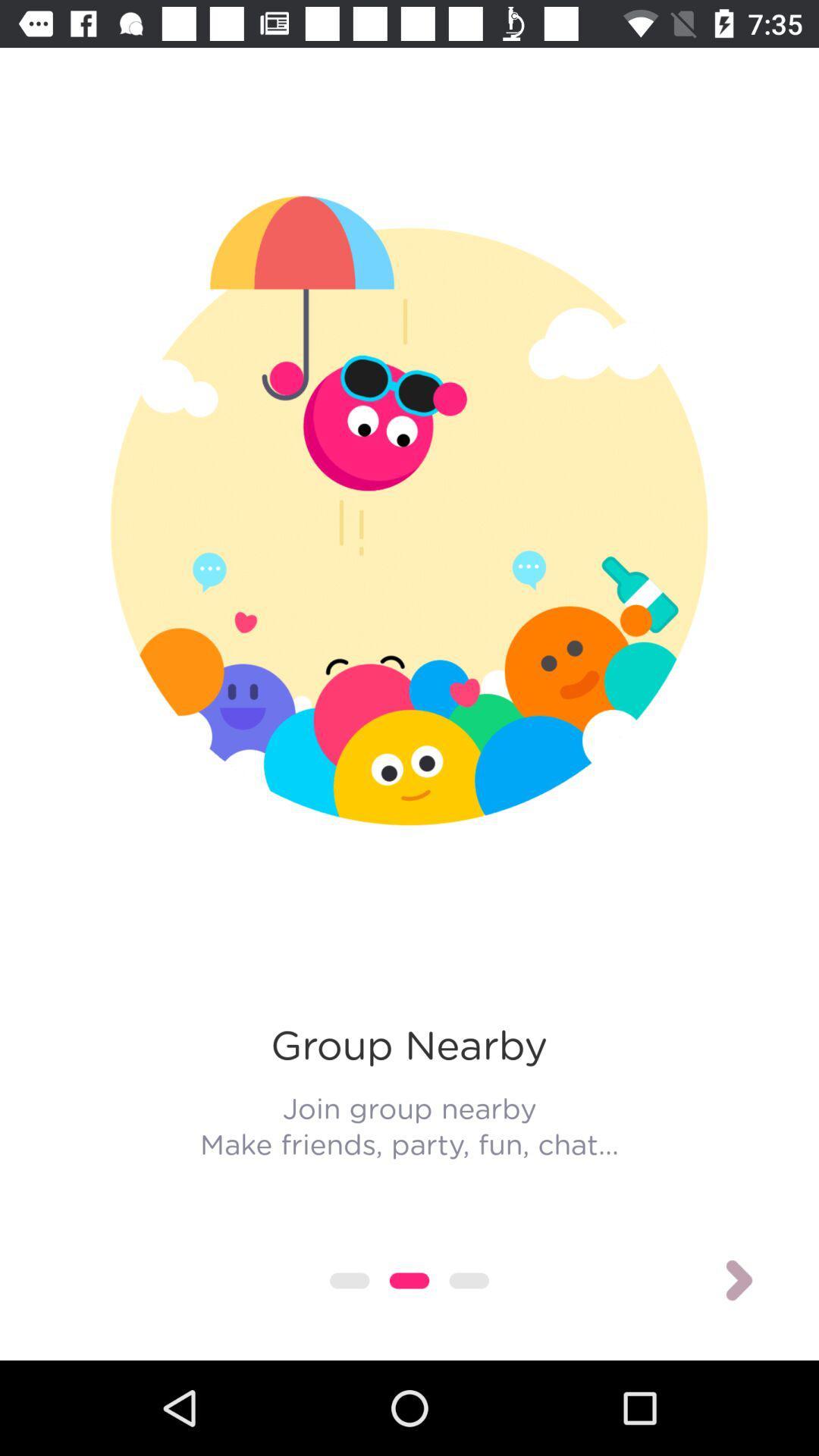 This screenshot has height=1456, width=819. What do you see at coordinates (739, 1280) in the screenshot?
I see `icon at the bottom right corner` at bounding box center [739, 1280].